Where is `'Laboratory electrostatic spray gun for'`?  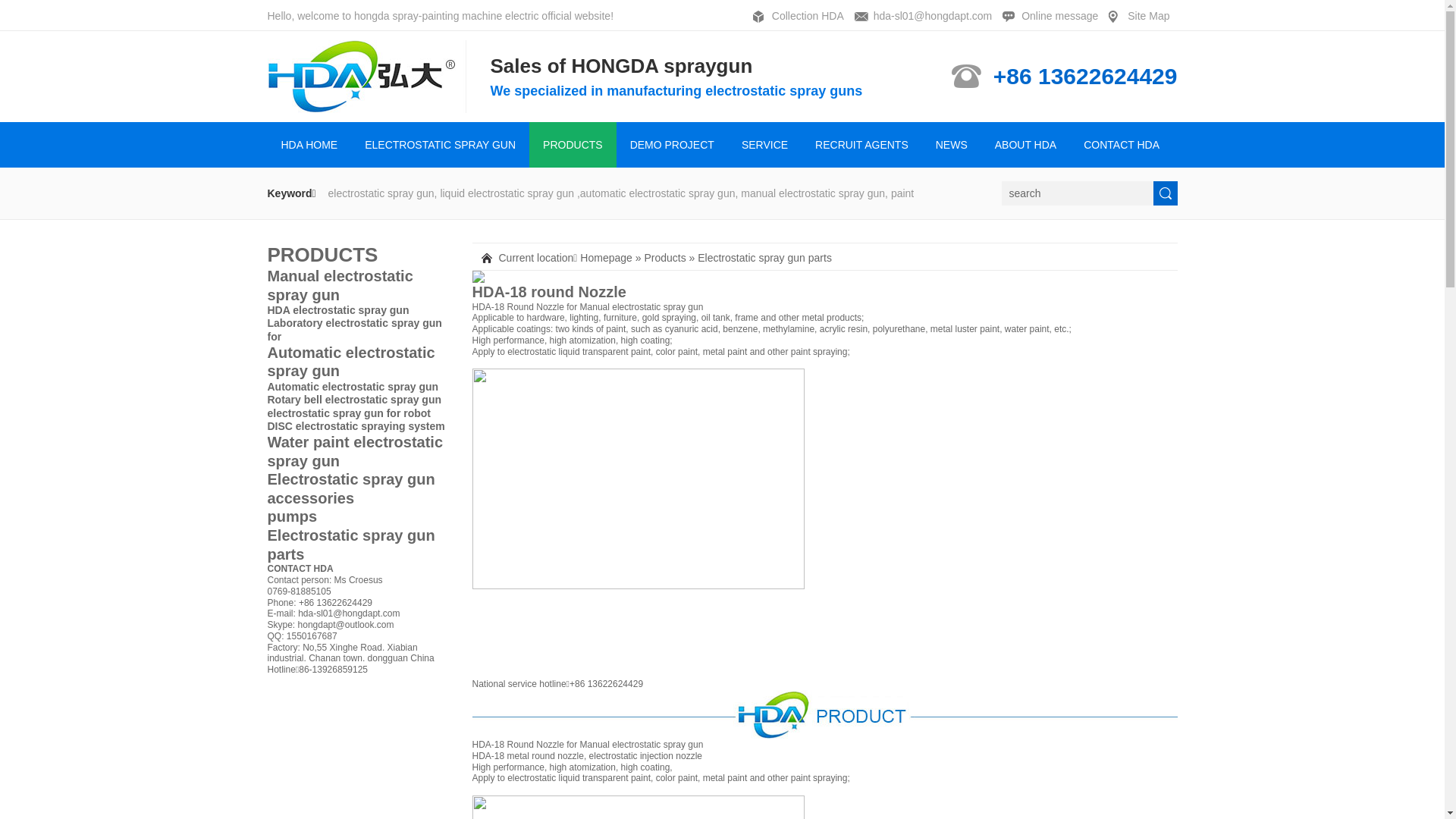 'Laboratory electrostatic spray gun for' is located at coordinates (353, 328).